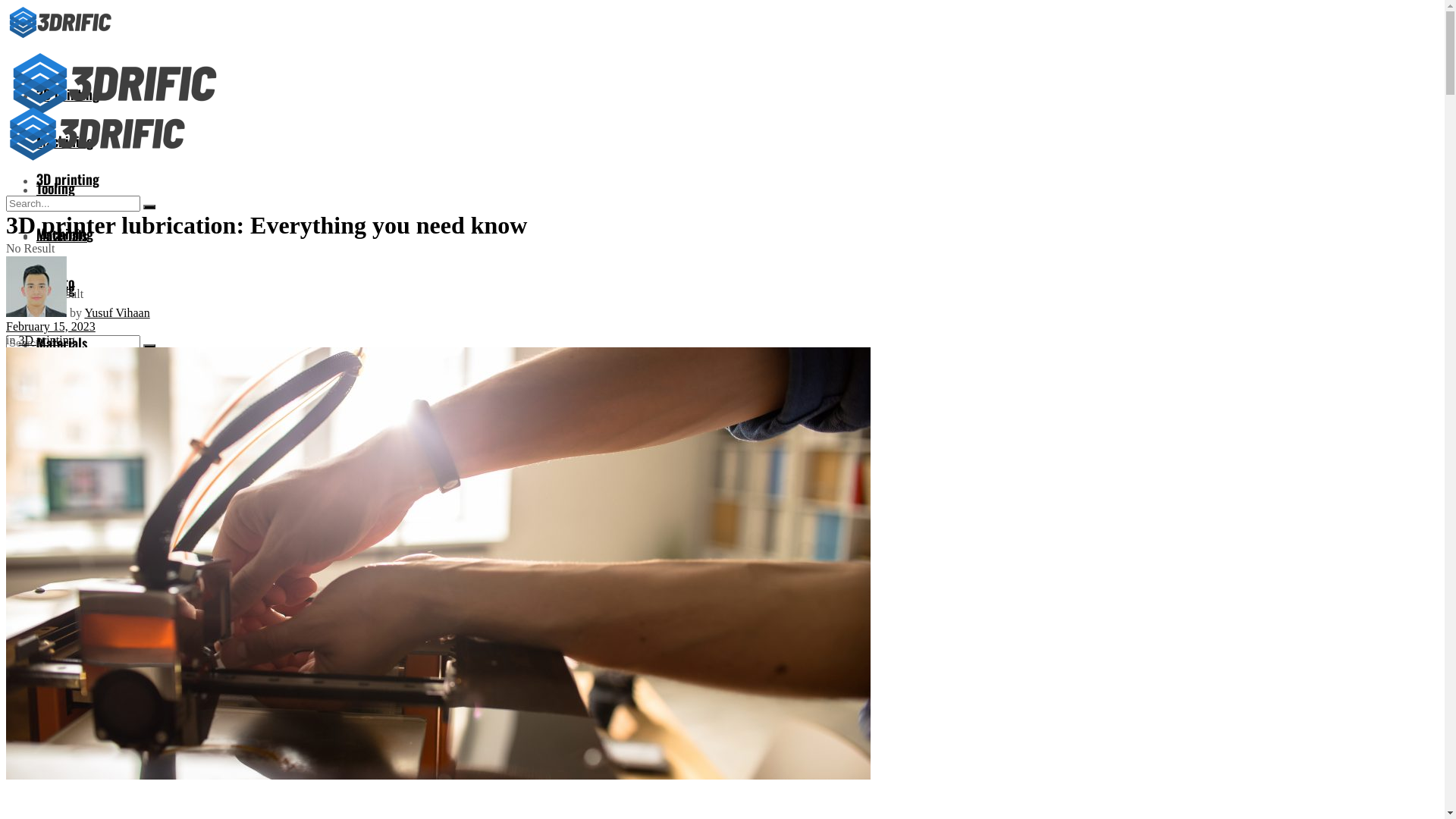 The height and width of the screenshot is (819, 1456). What do you see at coordinates (64, 234) in the screenshot?
I see `'Machining'` at bounding box center [64, 234].